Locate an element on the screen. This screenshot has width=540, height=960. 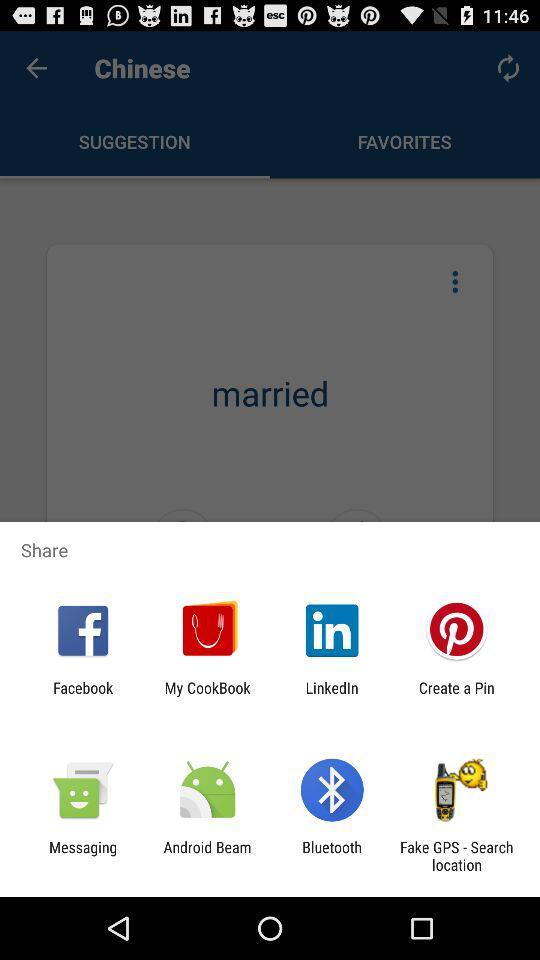
icon to the right of the facebook item is located at coordinates (206, 696).